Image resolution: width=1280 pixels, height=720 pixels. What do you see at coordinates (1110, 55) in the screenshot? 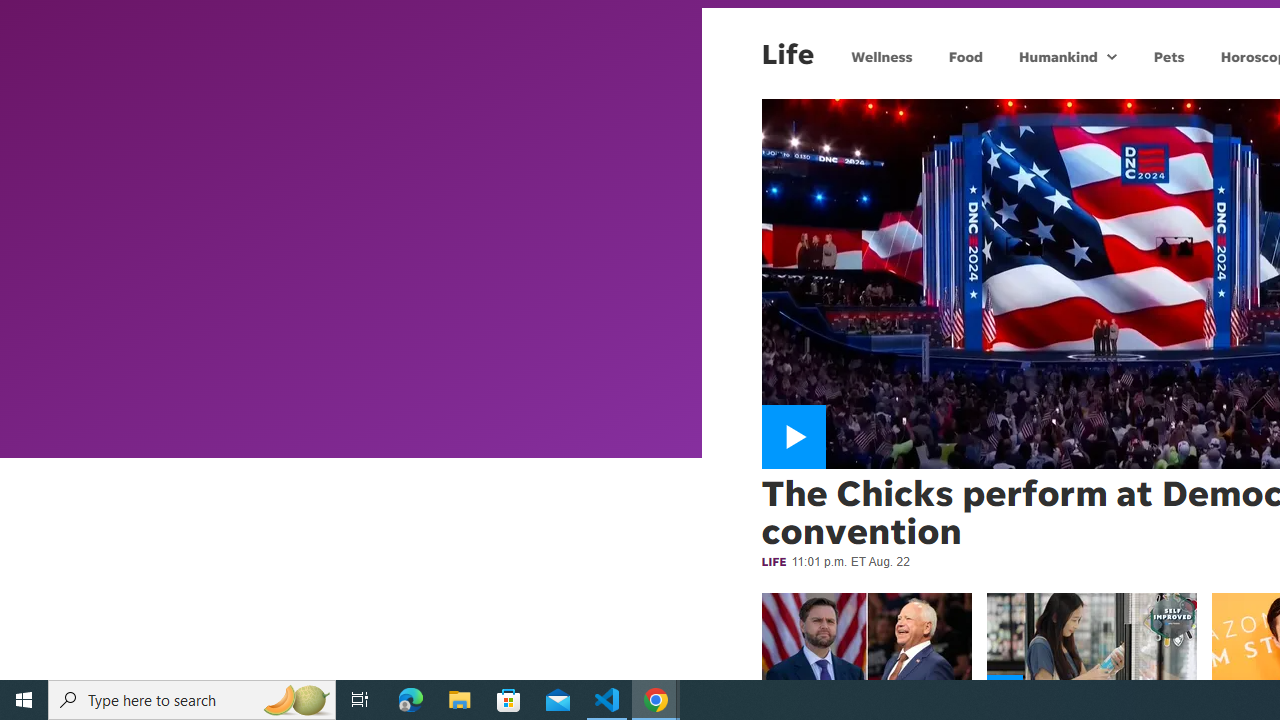
I see `'More Humankind navigation'` at bounding box center [1110, 55].